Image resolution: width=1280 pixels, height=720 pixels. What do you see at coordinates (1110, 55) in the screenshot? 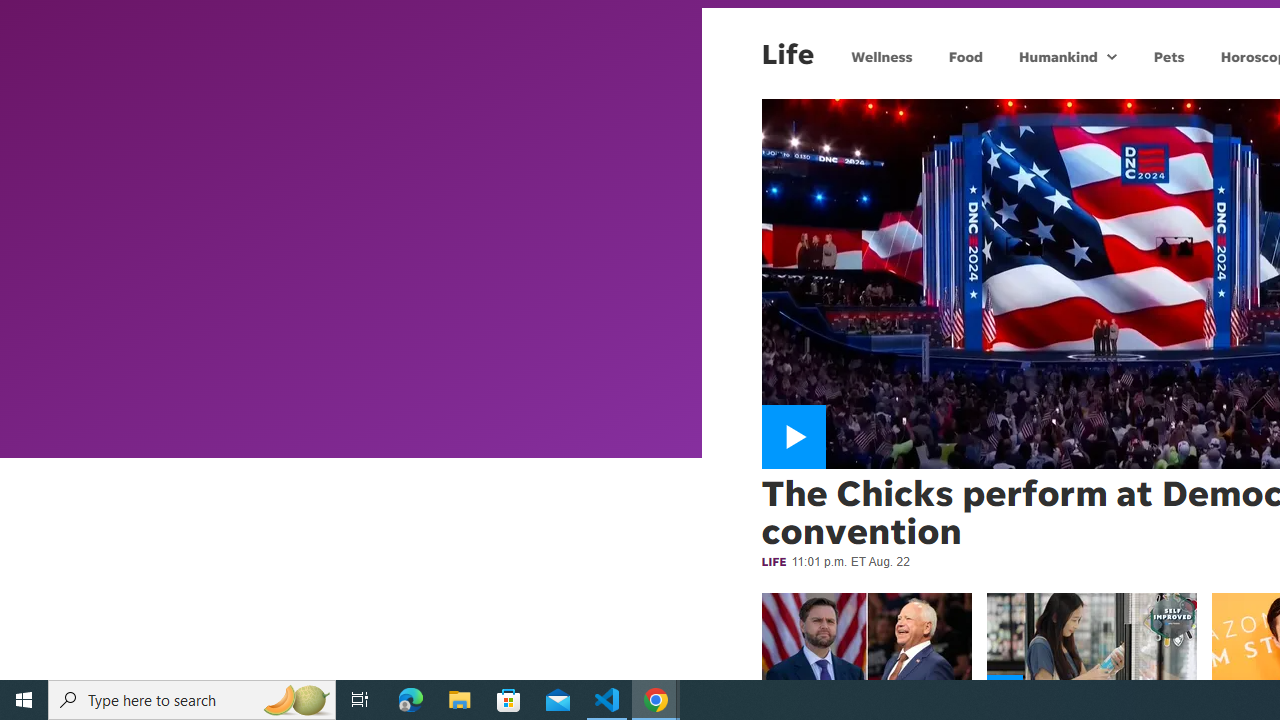
I see `'More Humankind navigation'` at bounding box center [1110, 55].